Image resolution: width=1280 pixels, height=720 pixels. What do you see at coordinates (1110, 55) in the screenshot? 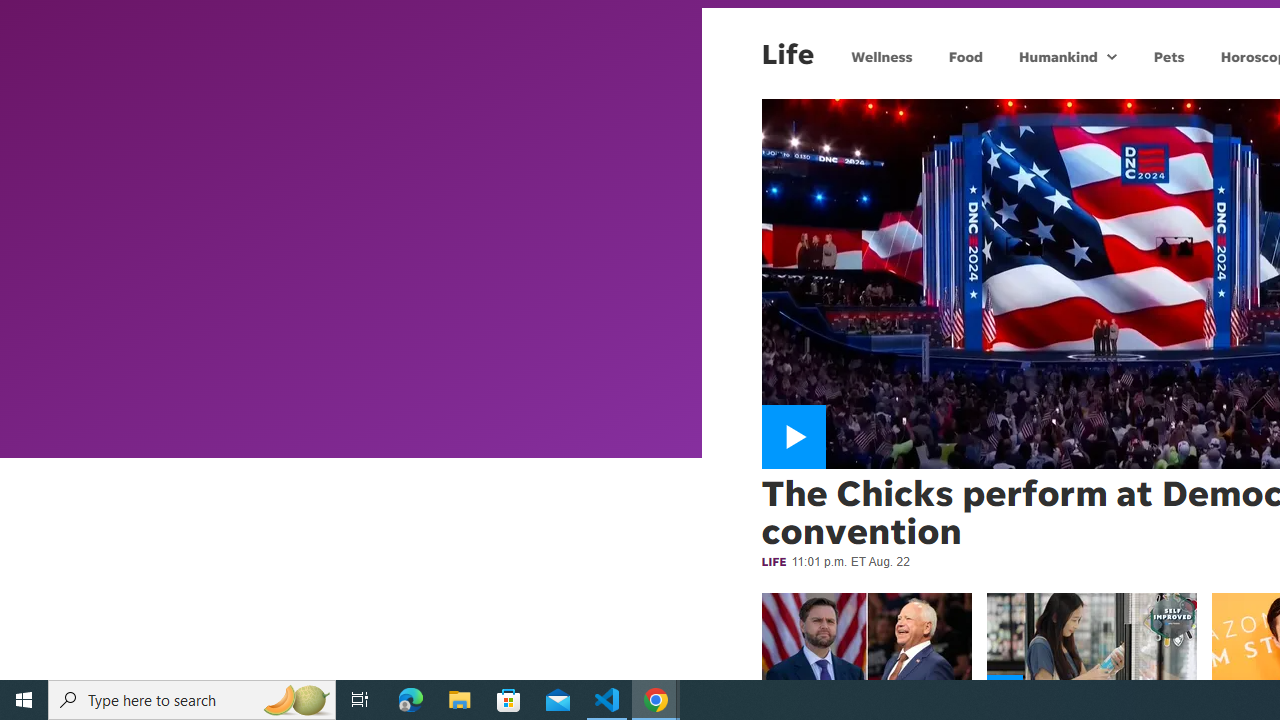
I see `'More Humankind navigation'` at bounding box center [1110, 55].